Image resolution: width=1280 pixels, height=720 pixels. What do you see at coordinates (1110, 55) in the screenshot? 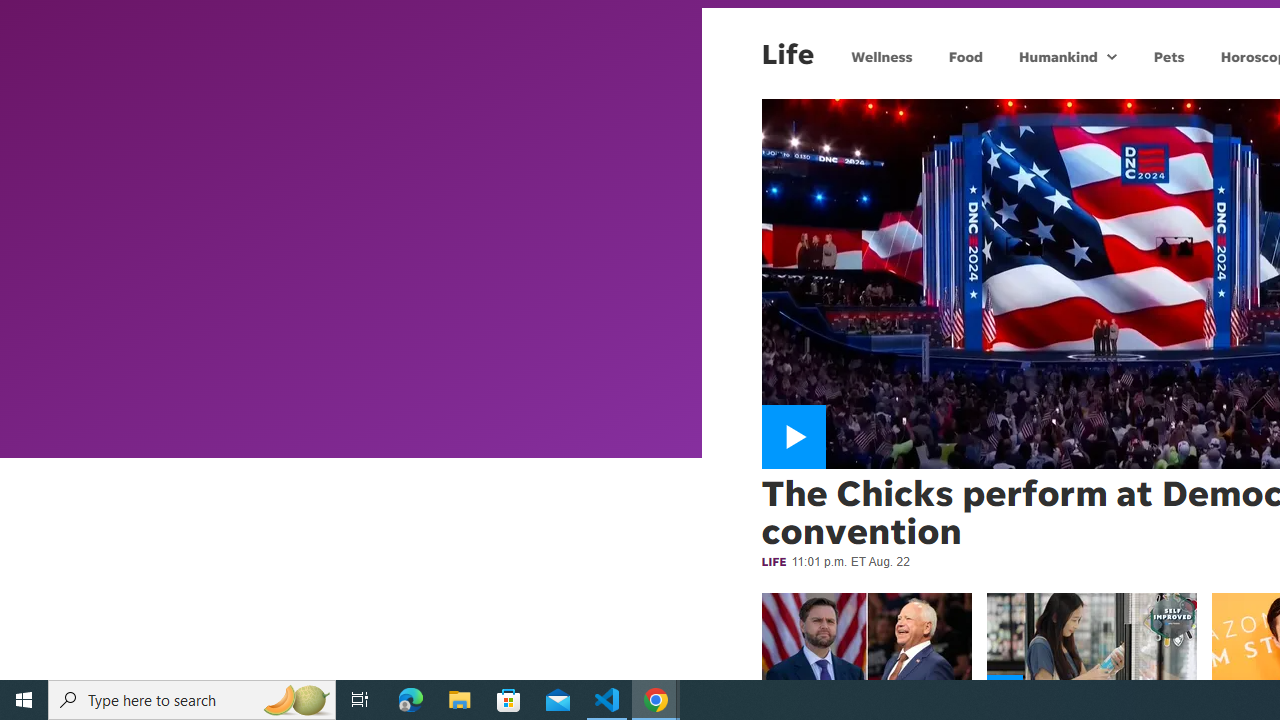
I see `'More Humankind navigation'` at bounding box center [1110, 55].